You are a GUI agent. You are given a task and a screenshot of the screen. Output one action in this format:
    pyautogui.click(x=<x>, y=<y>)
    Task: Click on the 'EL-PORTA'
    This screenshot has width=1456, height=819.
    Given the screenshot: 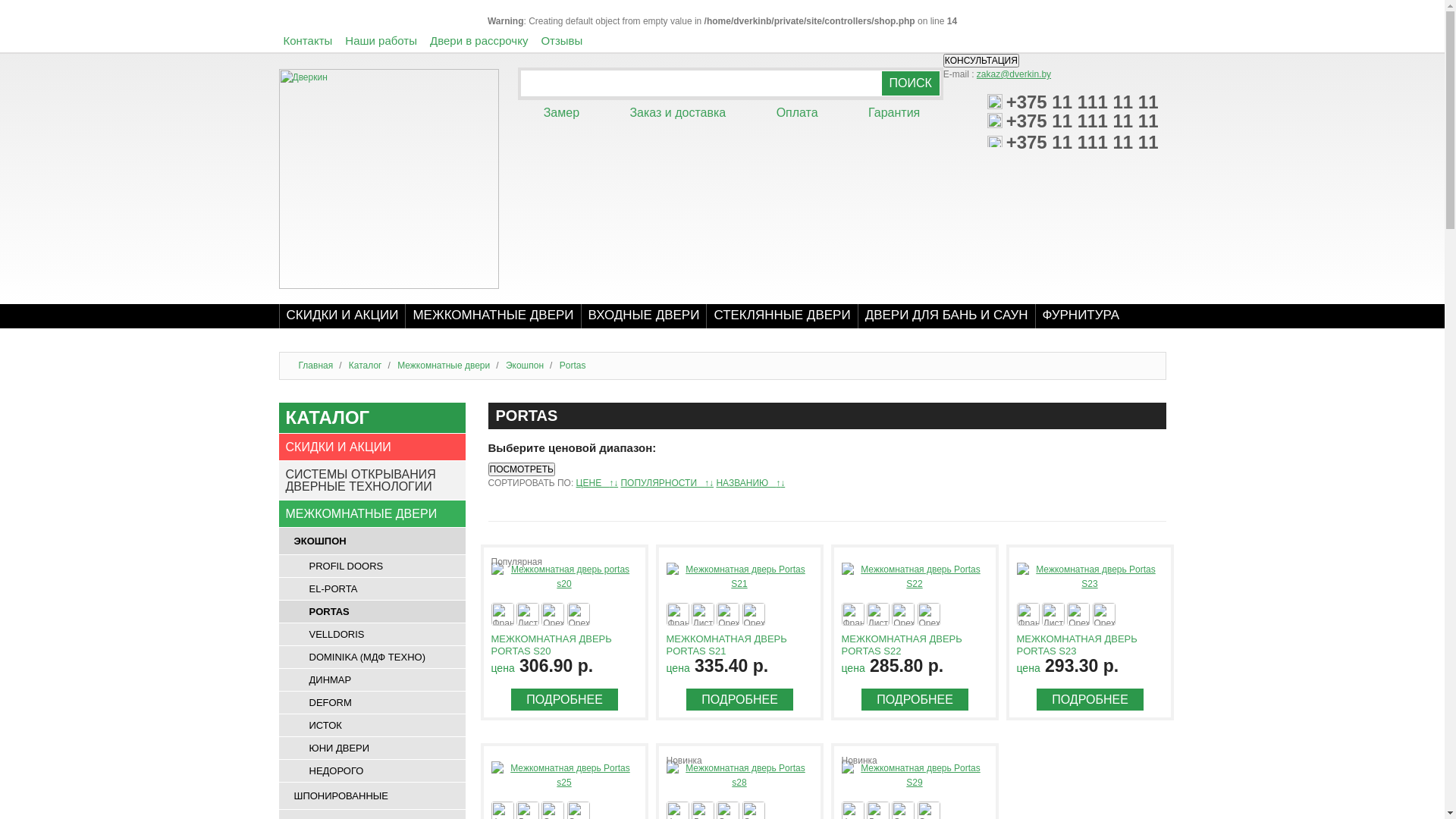 What is the action you would take?
    pyautogui.click(x=372, y=588)
    